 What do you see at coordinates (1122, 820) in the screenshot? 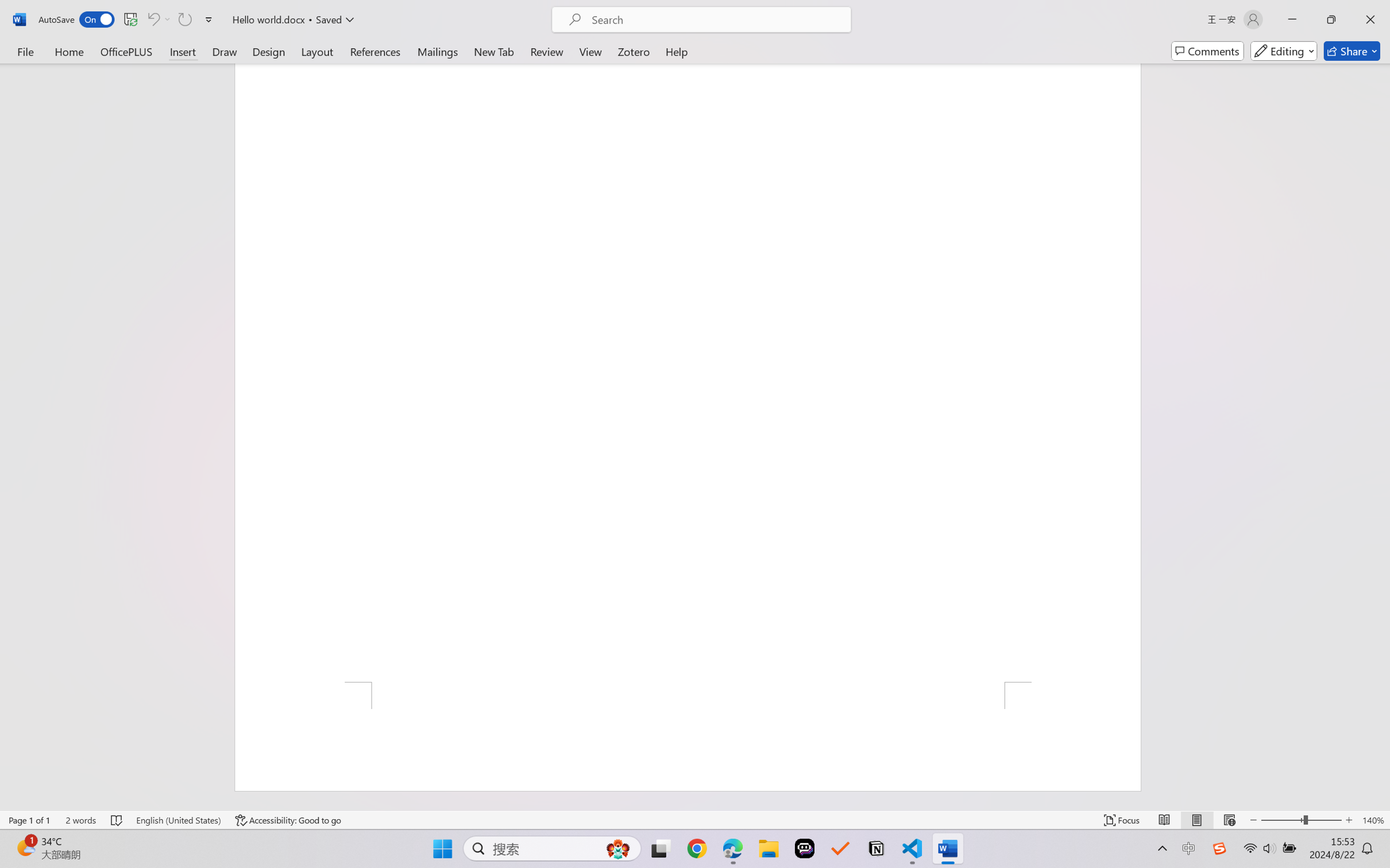
I see `'Focus '` at bounding box center [1122, 820].